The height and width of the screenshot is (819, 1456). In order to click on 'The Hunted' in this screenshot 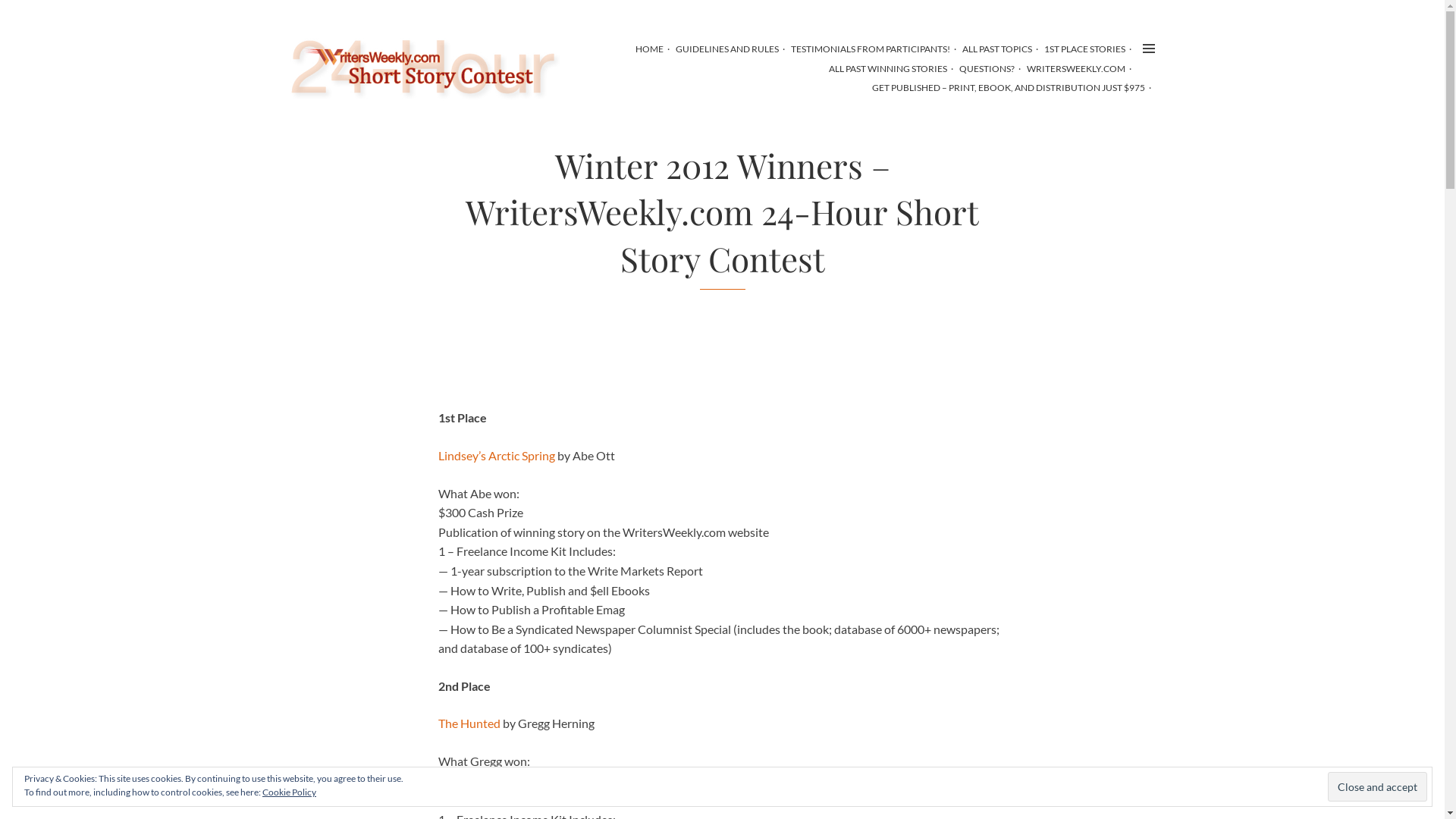, I will do `click(469, 722)`.